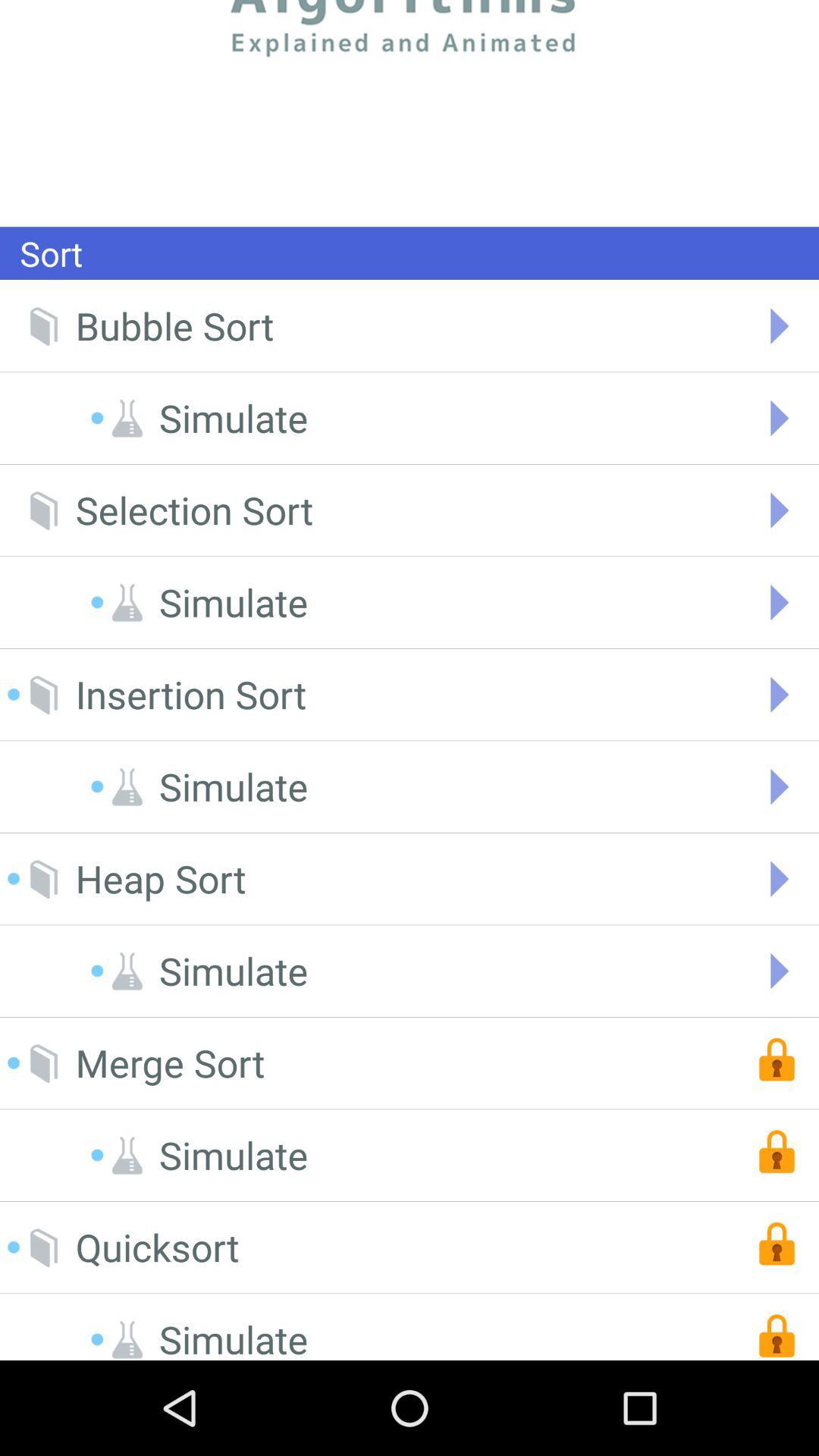  I want to click on the selection sort icon, so click(193, 510).